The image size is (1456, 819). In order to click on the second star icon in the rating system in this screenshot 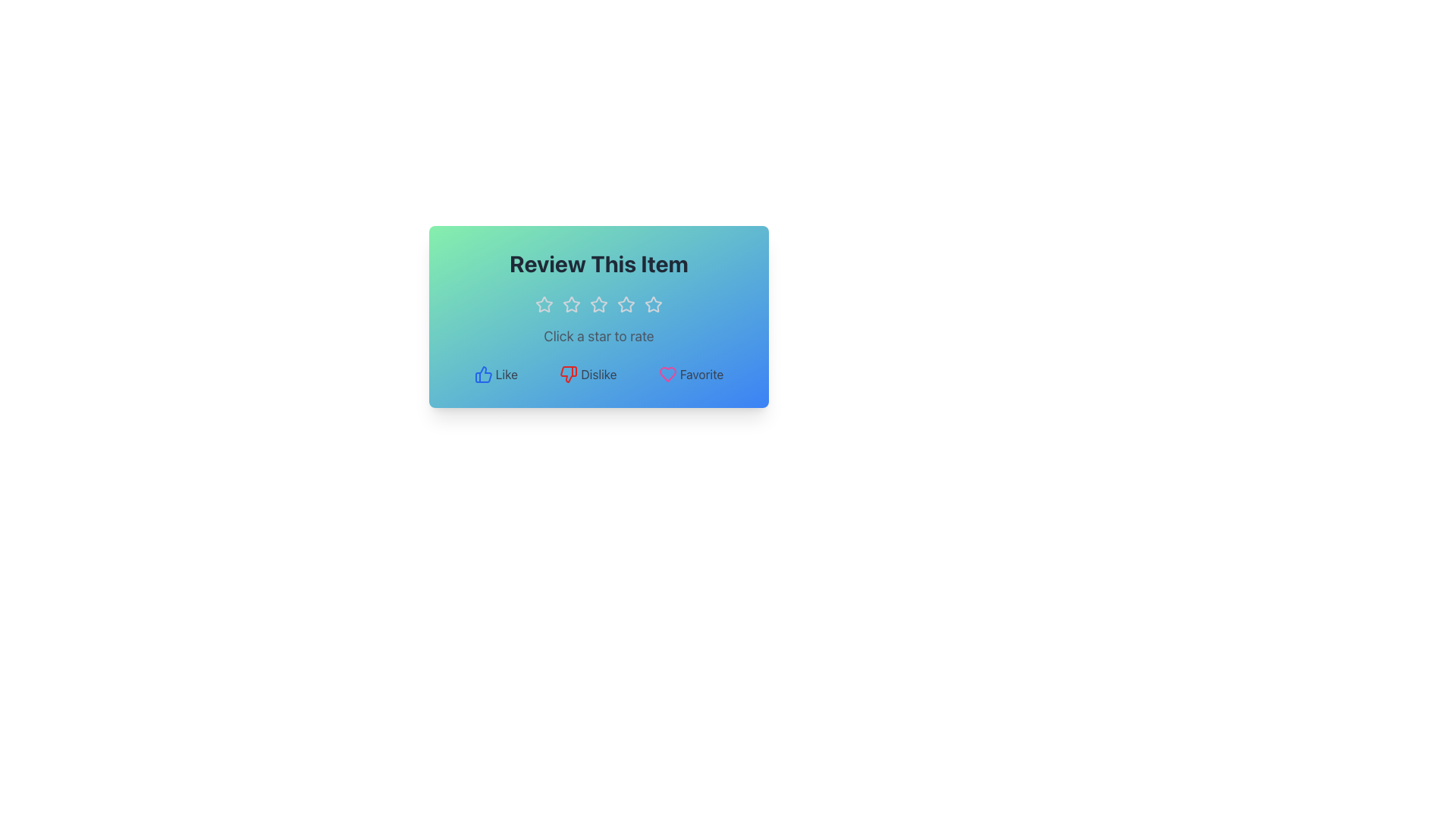, I will do `click(570, 304)`.